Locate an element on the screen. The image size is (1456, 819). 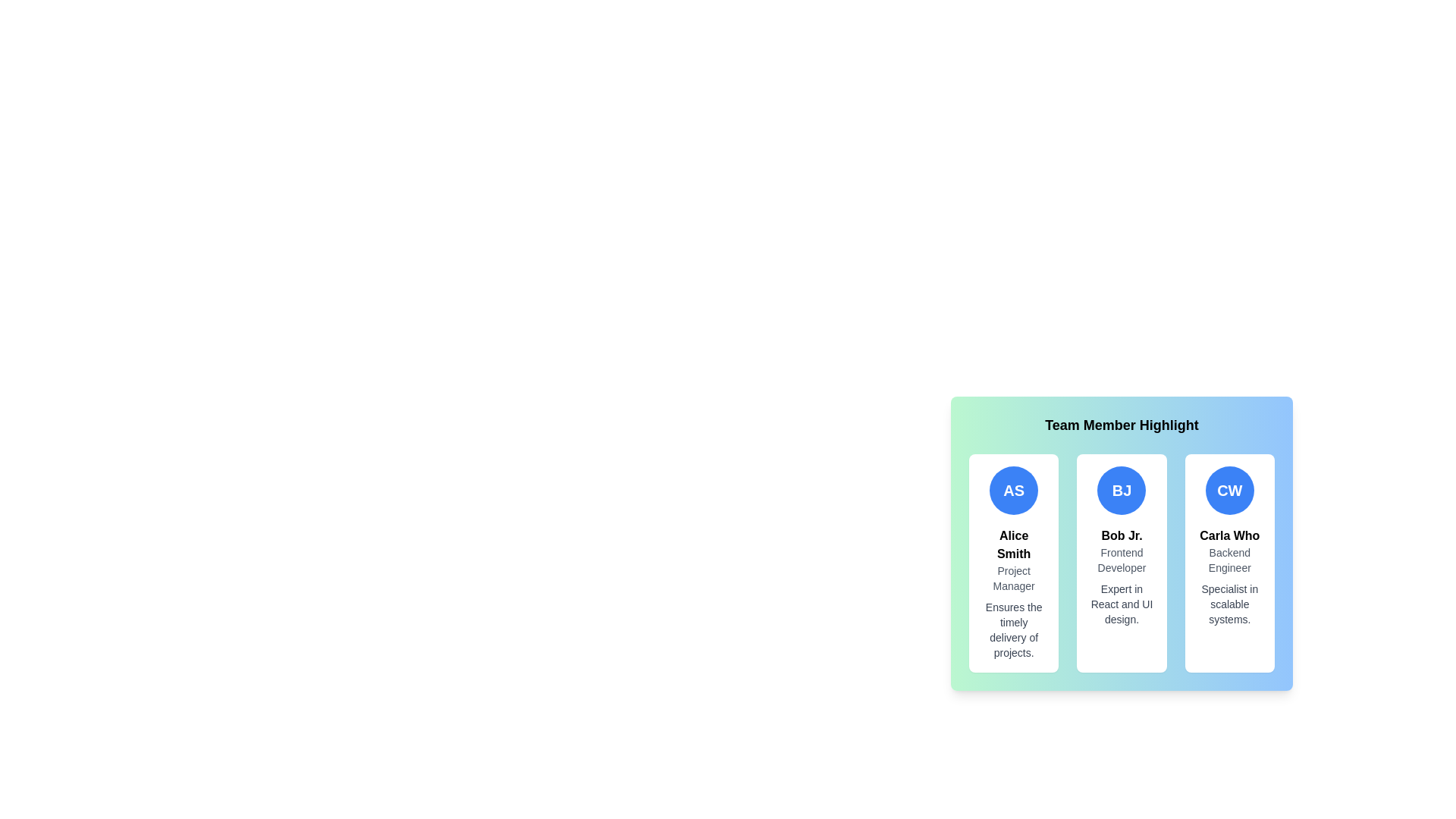
the static text label that describes 'Expert in React and UI design', which is styled in a small gray font and positioned beneath the 'Frontend Developer' subtitle in the 'Team Member Highlight' section is located at coordinates (1122, 604).